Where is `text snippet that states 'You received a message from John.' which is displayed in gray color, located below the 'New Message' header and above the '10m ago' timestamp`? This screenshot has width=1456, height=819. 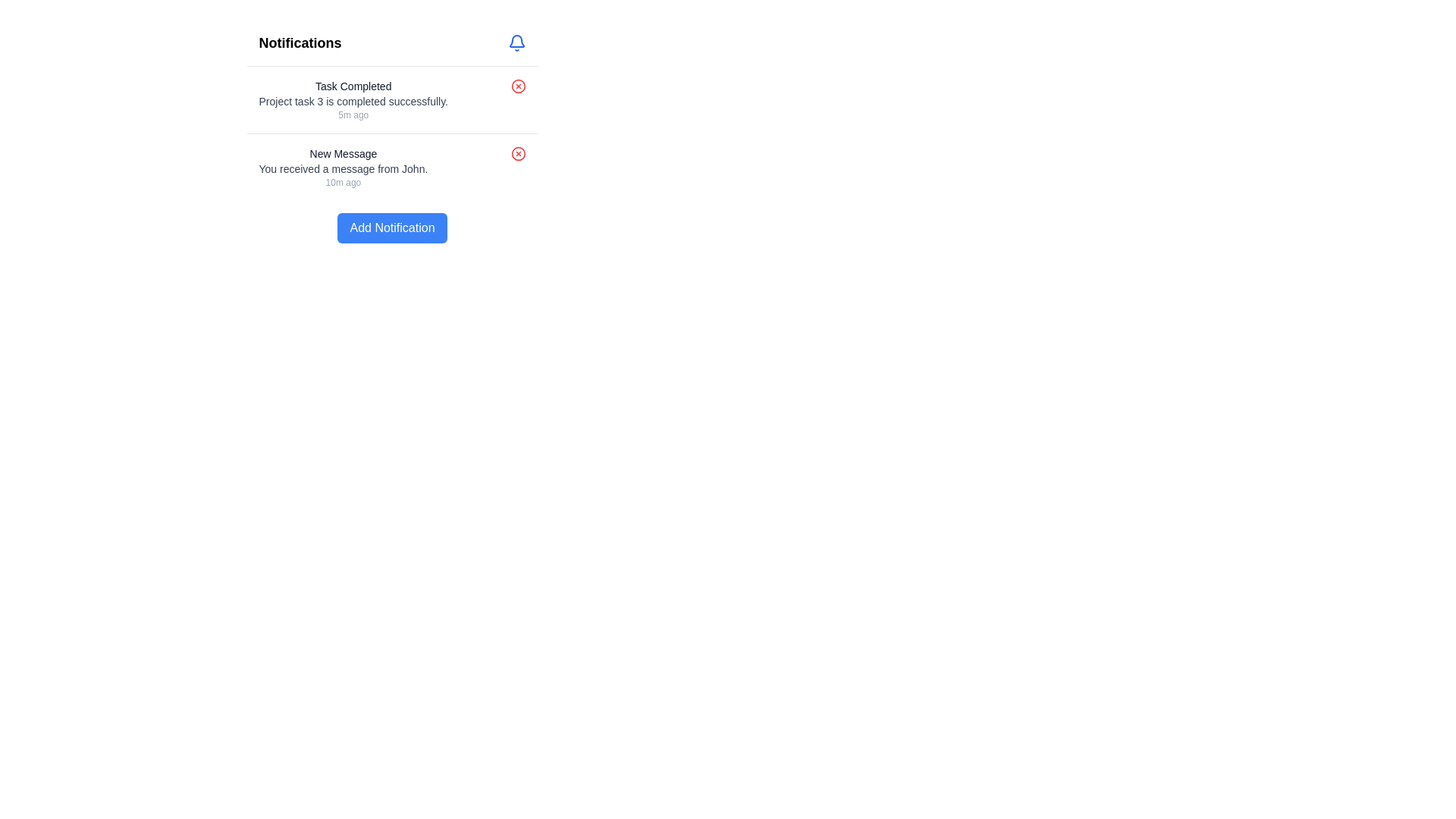 text snippet that states 'You received a message from John.' which is displayed in gray color, located below the 'New Message' header and above the '10m ago' timestamp is located at coordinates (342, 169).